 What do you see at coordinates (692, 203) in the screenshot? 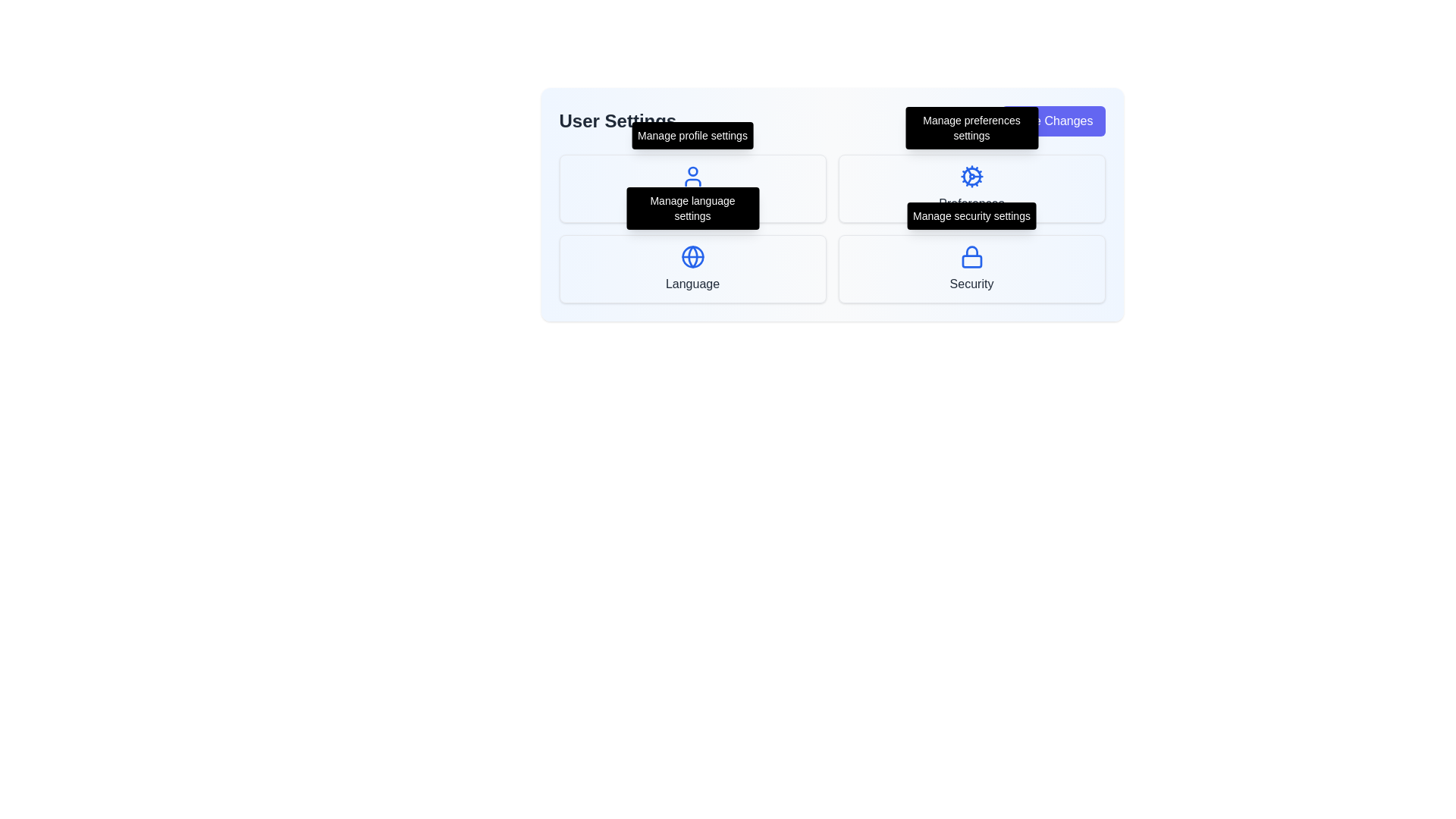
I see `the text label 'Profile', which is styled with a medium-weight font and gray color, located below a user silhouette icon in the user settings section` at bounding box center [692, 203].